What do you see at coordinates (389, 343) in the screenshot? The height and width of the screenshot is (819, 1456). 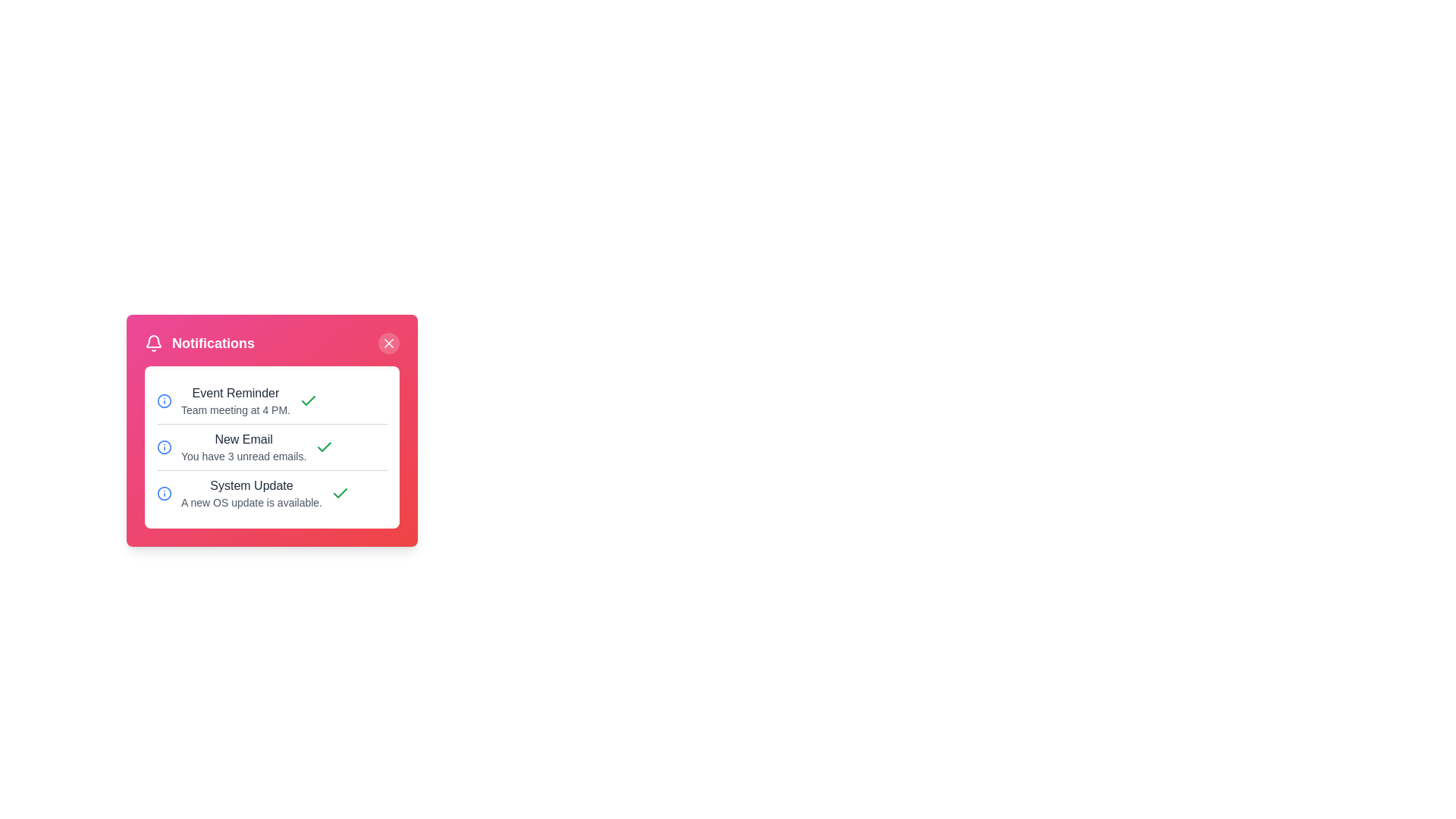 I see `the Close button located in the header row of the Notifications card` at bounding box center [389, 343].